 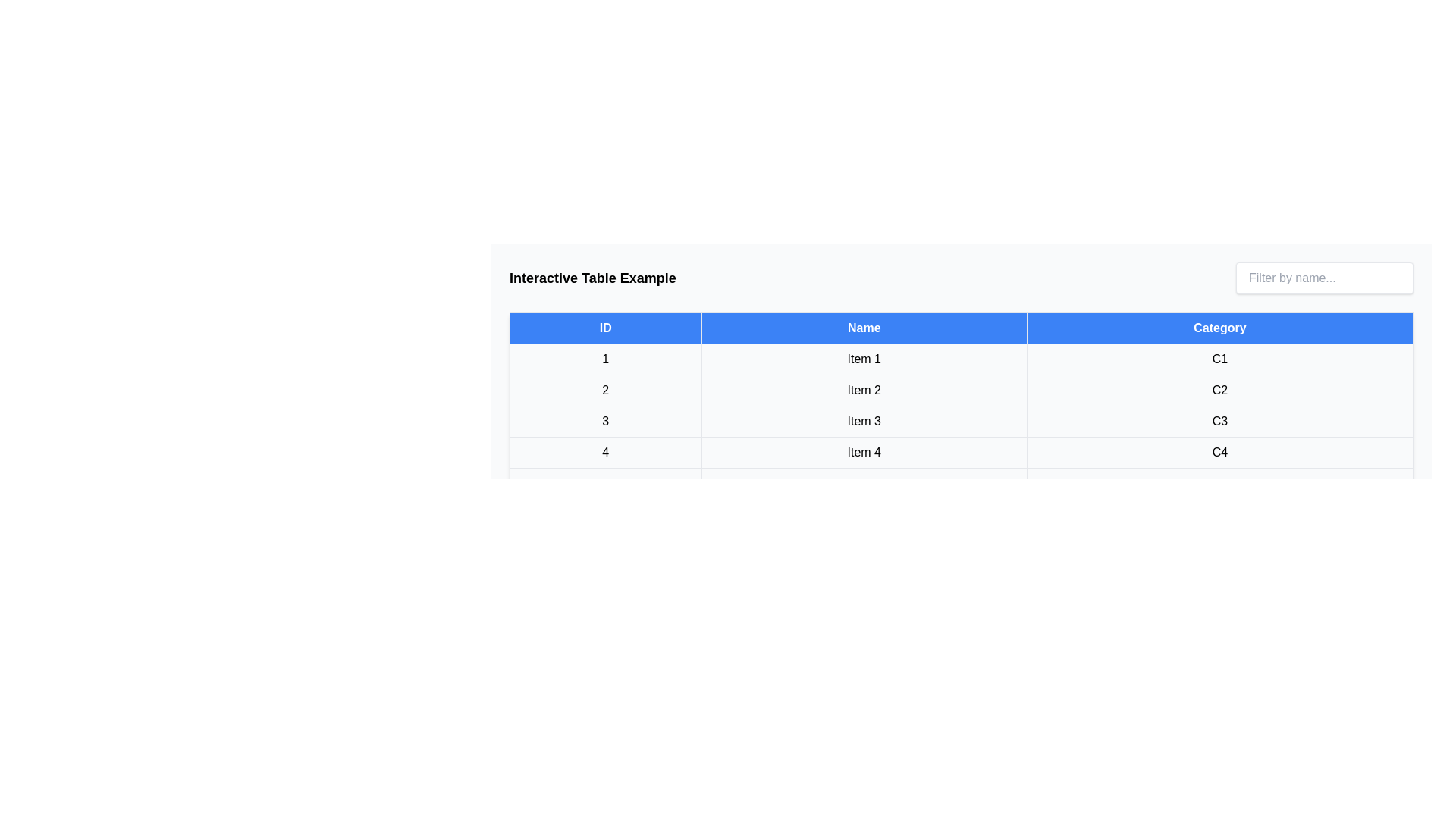 I want to click on the table header ID to sort the table by that column, so click(x=604, y=327).